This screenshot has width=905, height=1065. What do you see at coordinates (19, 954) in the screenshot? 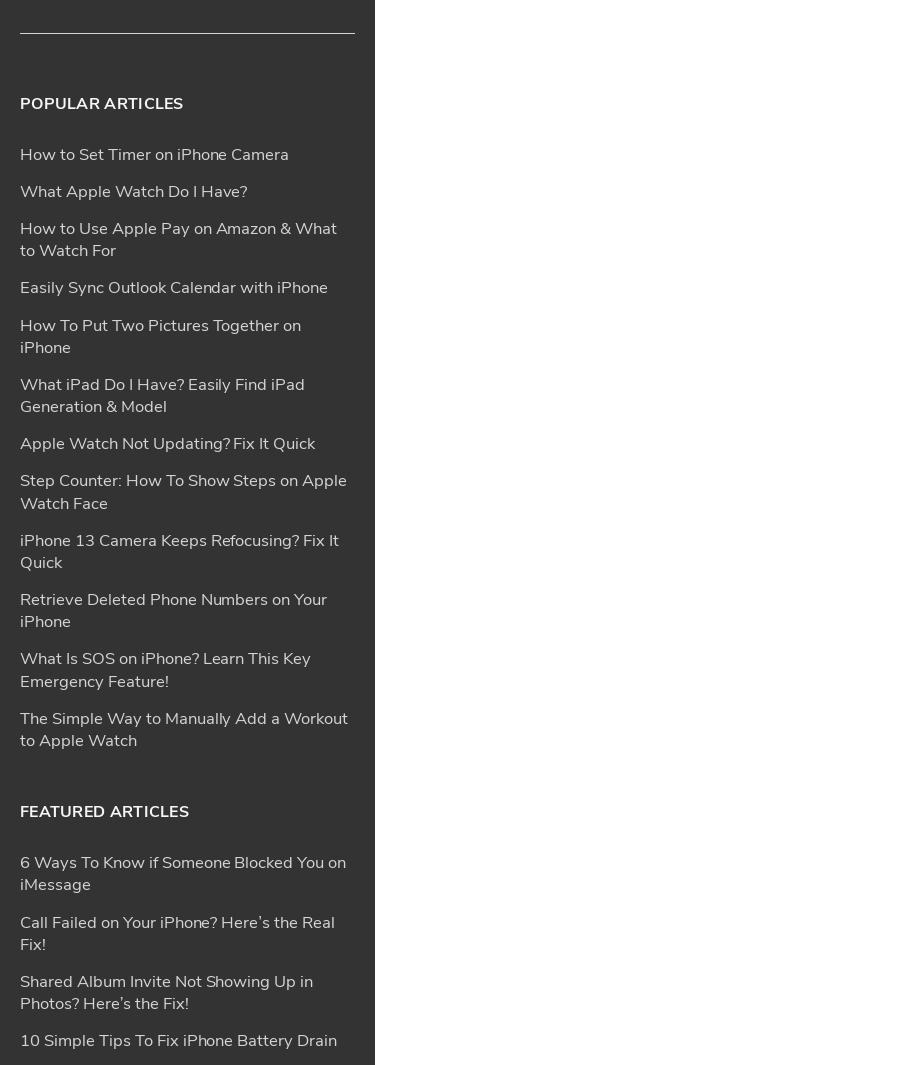
I see `'Latest Articles'` at bounding box center [19, 954].